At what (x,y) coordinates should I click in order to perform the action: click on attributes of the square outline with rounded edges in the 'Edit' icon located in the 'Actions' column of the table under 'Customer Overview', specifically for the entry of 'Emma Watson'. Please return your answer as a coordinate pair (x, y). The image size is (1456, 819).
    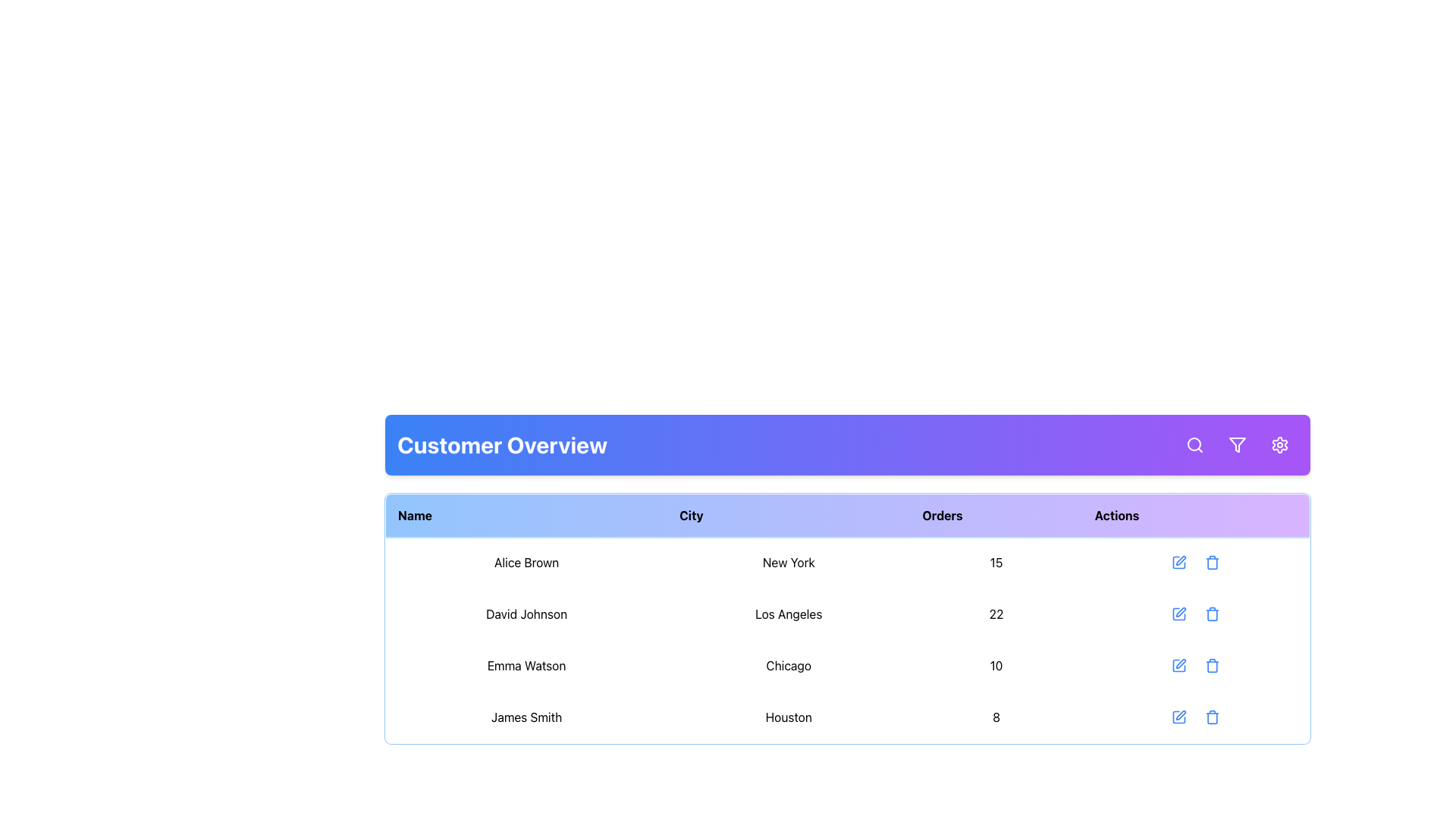
    Looking at the image, I should click on (1178, 665).